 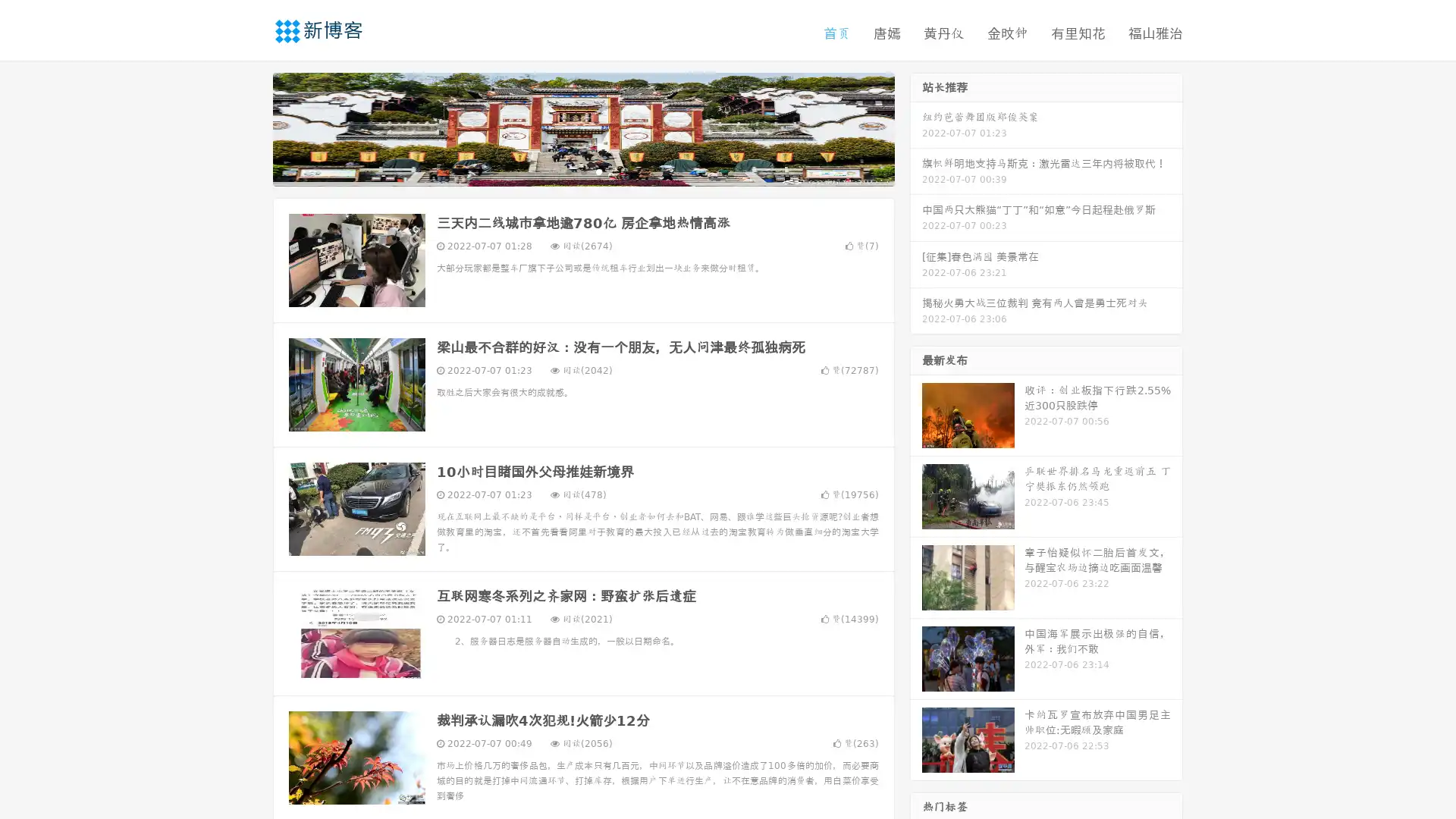 What do you see at coordinates (567, 171) in the screenshot?
I see `Go to slide 1` at bounding box center [567, 171].